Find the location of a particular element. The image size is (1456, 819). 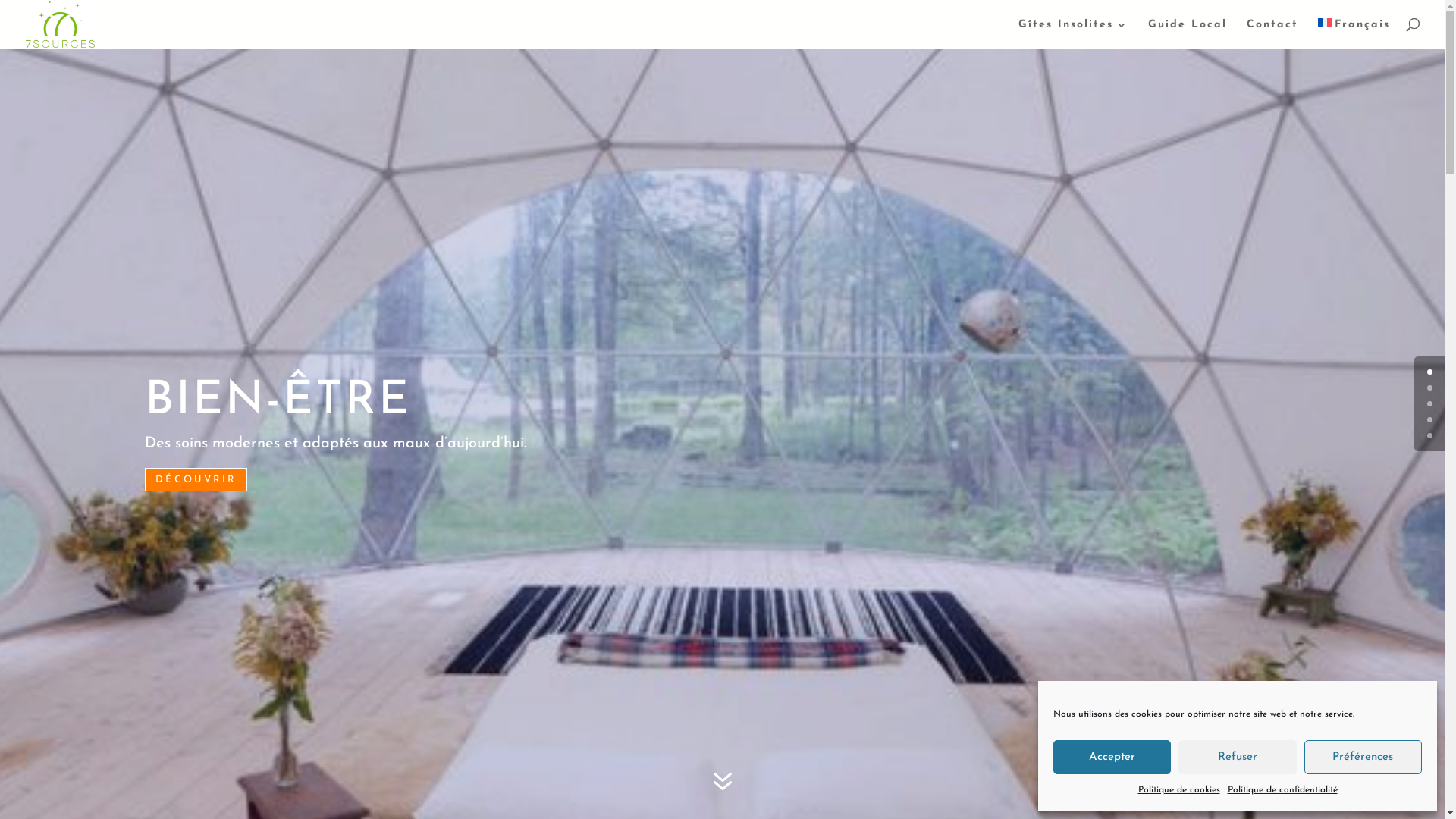

'7' is located at coordinates (721, 783).